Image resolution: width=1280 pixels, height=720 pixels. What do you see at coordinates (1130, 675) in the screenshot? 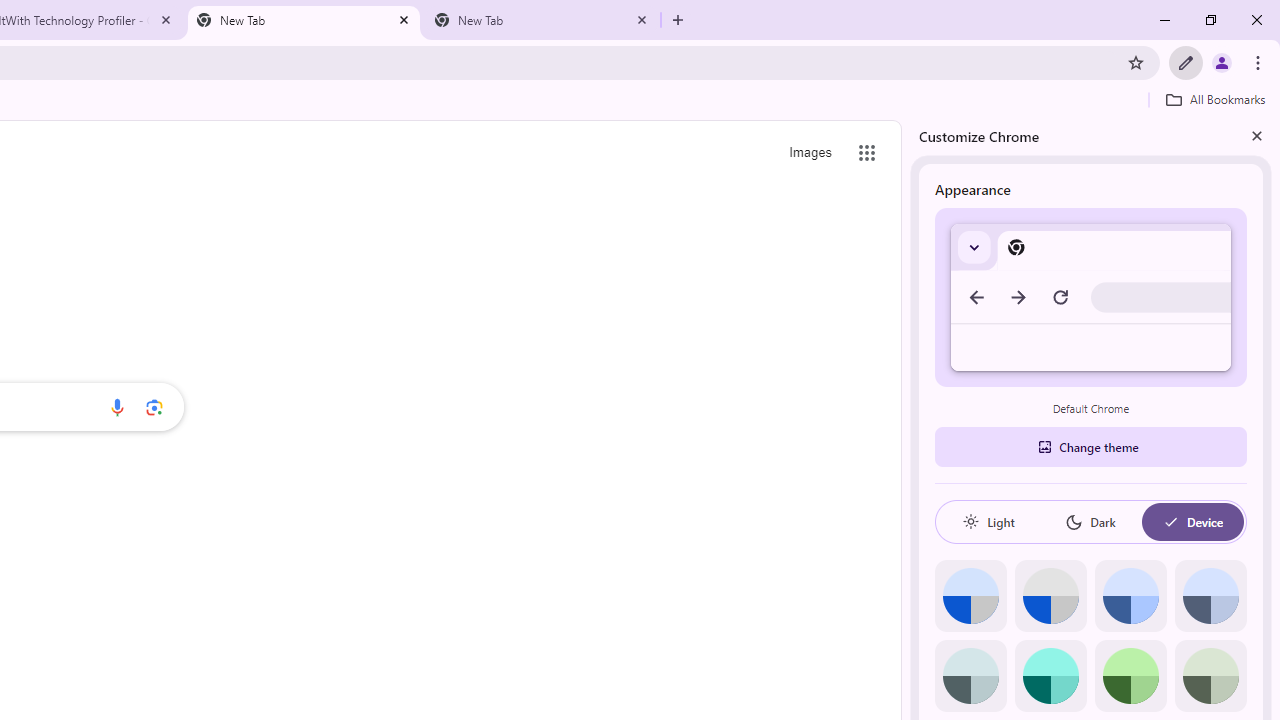
I see `'Green'` at bounding box center [1130, 675].